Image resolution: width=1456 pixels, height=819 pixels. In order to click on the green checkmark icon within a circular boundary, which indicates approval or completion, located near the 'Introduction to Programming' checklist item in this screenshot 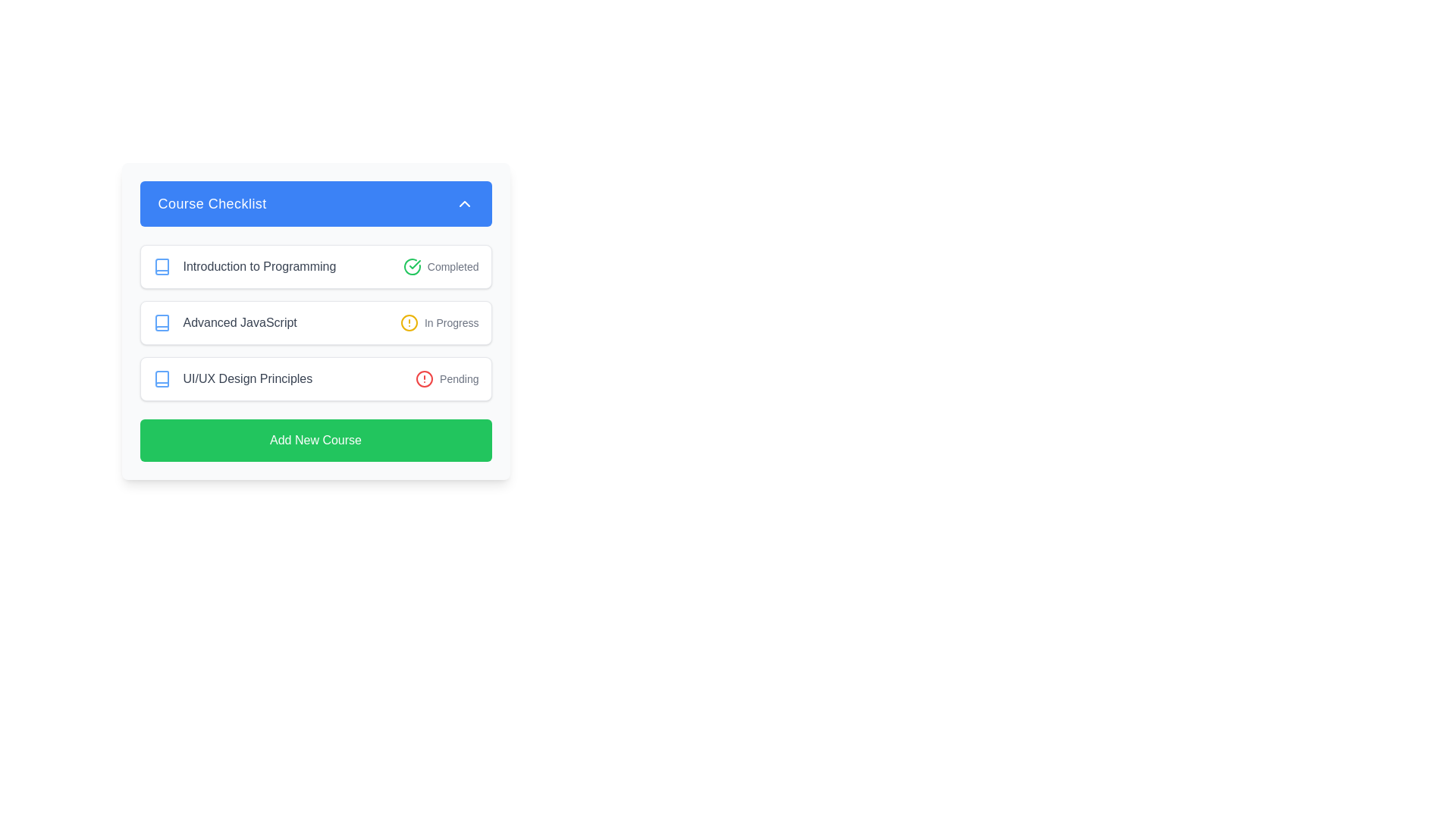, I will do `click(415, 263)`.